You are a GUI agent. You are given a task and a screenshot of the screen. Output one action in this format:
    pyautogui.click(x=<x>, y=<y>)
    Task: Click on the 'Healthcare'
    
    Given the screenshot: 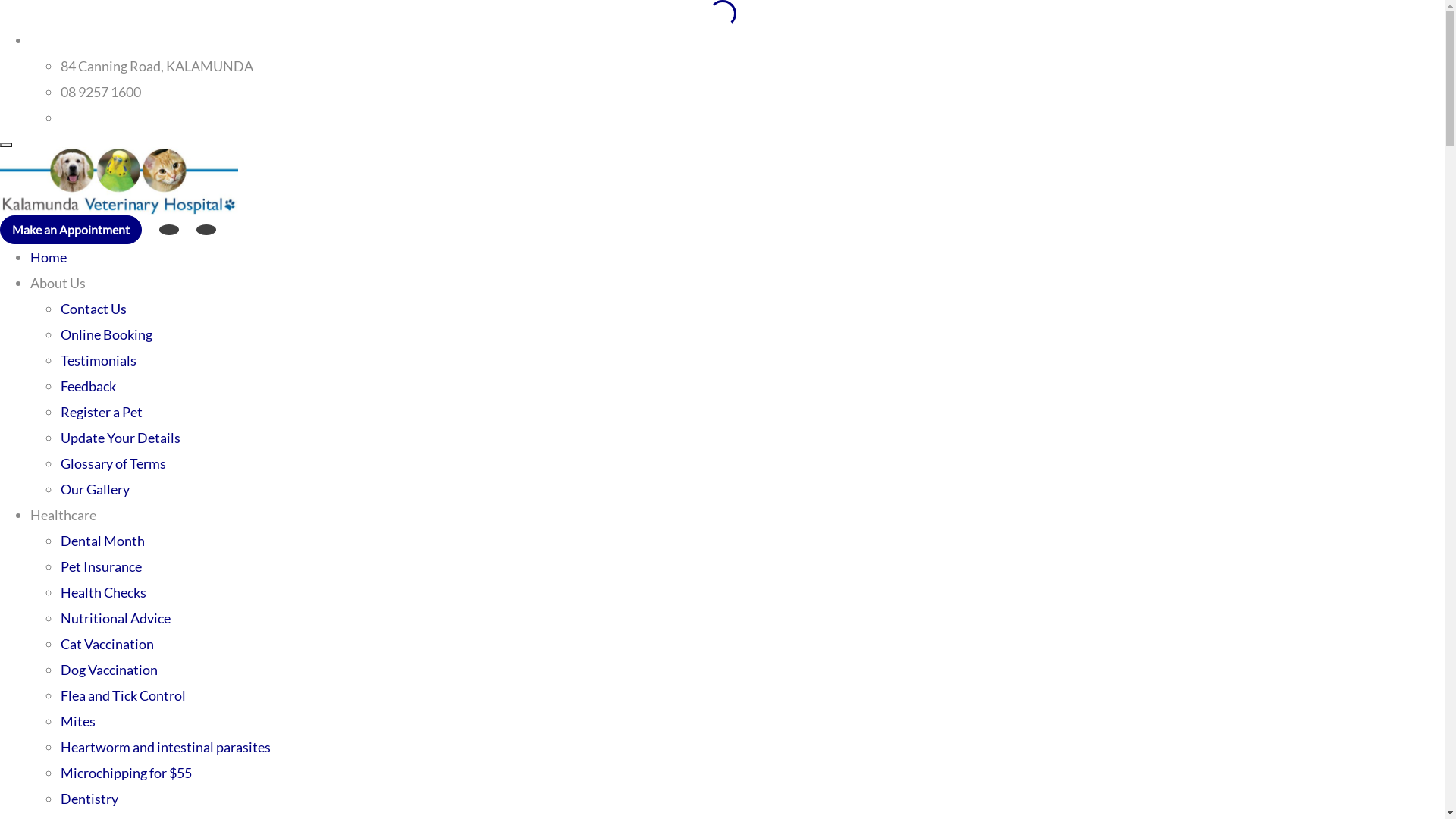 What is the action you would take?
    pyautogui.click(x=62, y=513)
    